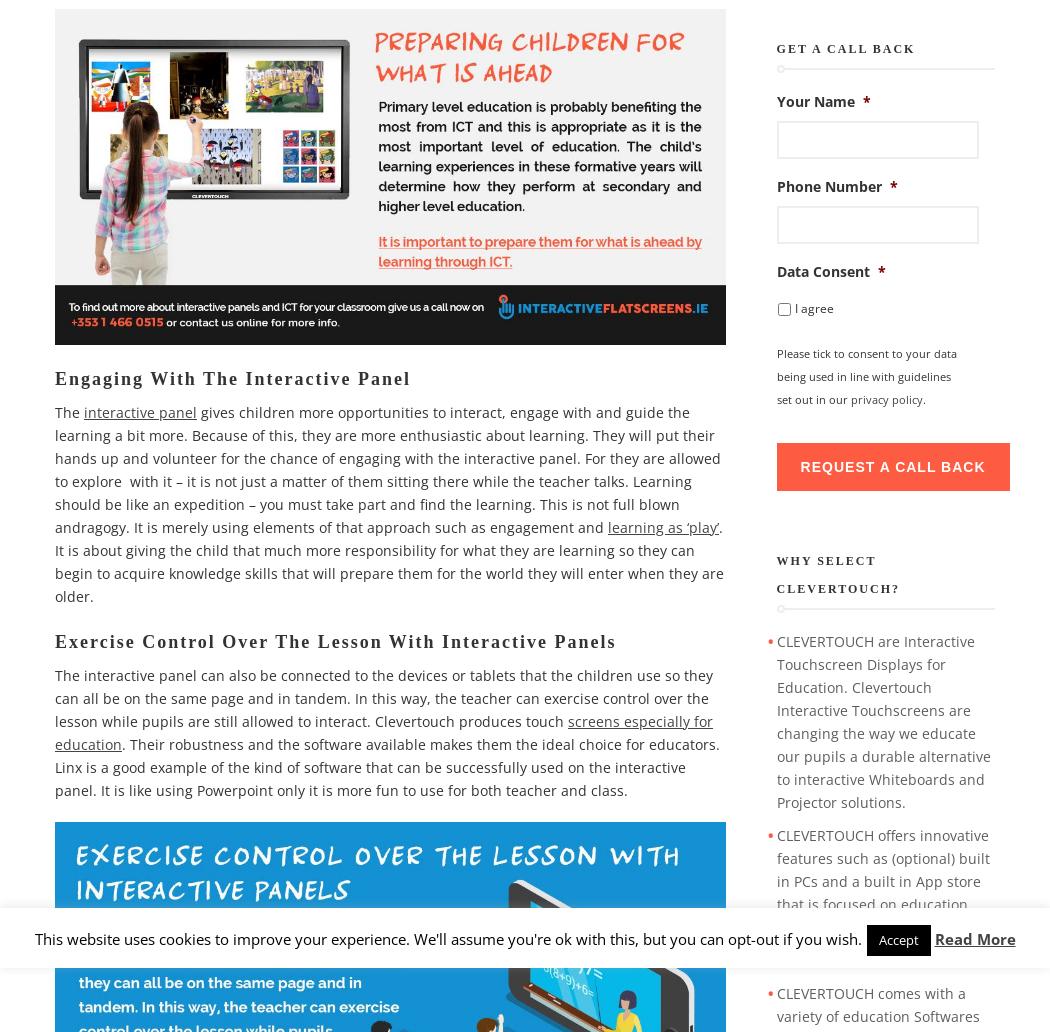 The width and height of the screenshot is (1050, 1032). What do you see at coordinates (54, 560) in the screenshot?
I see `'. It is about giving the child that much more responsibility for what they are learning so they can begin to acquire knowledge skills that will prepare them for the world they will enter when they are older.'` at bounding box center [54, 560].